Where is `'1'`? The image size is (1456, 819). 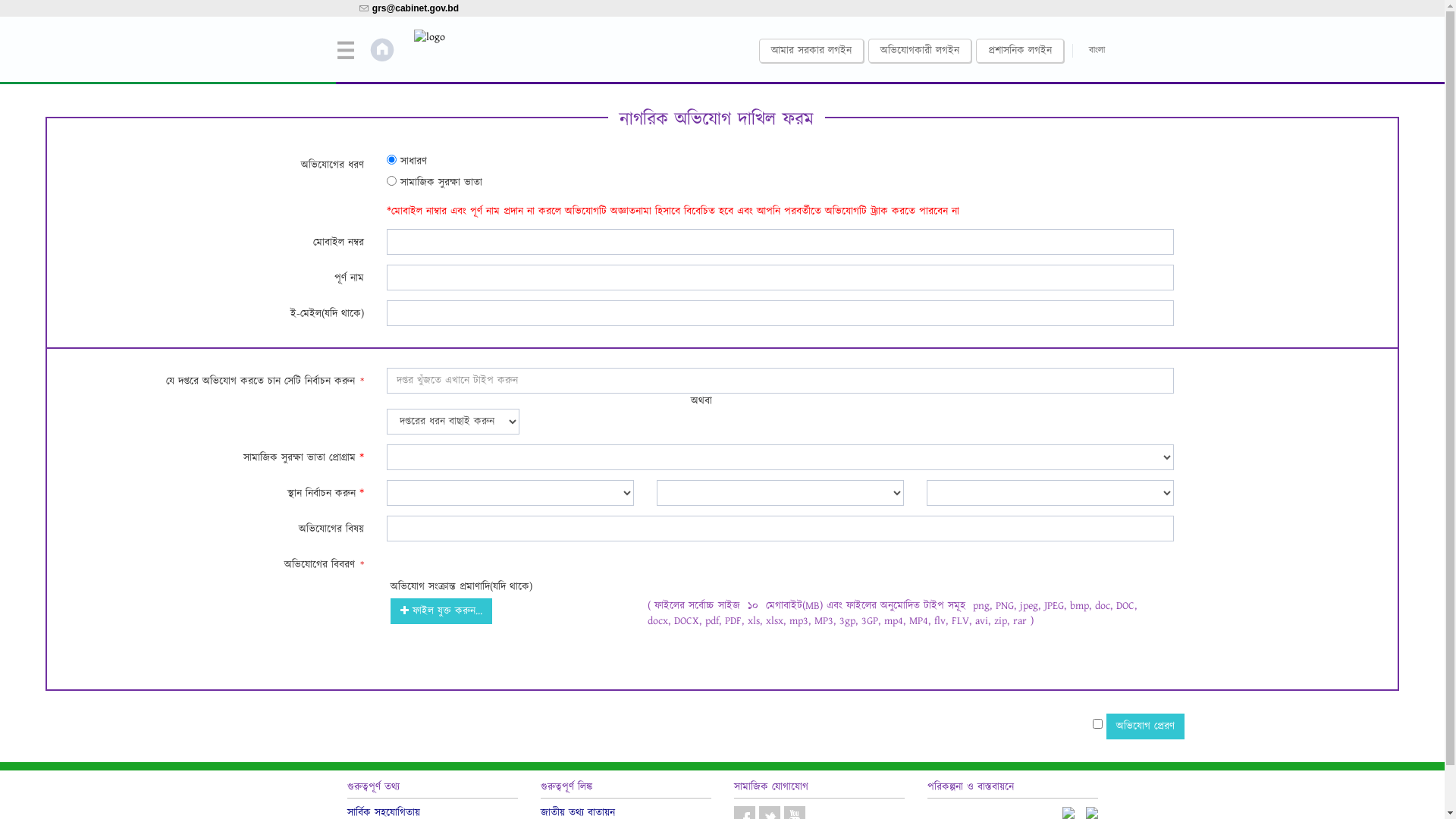
'1' is located at coordinates (391, 159).